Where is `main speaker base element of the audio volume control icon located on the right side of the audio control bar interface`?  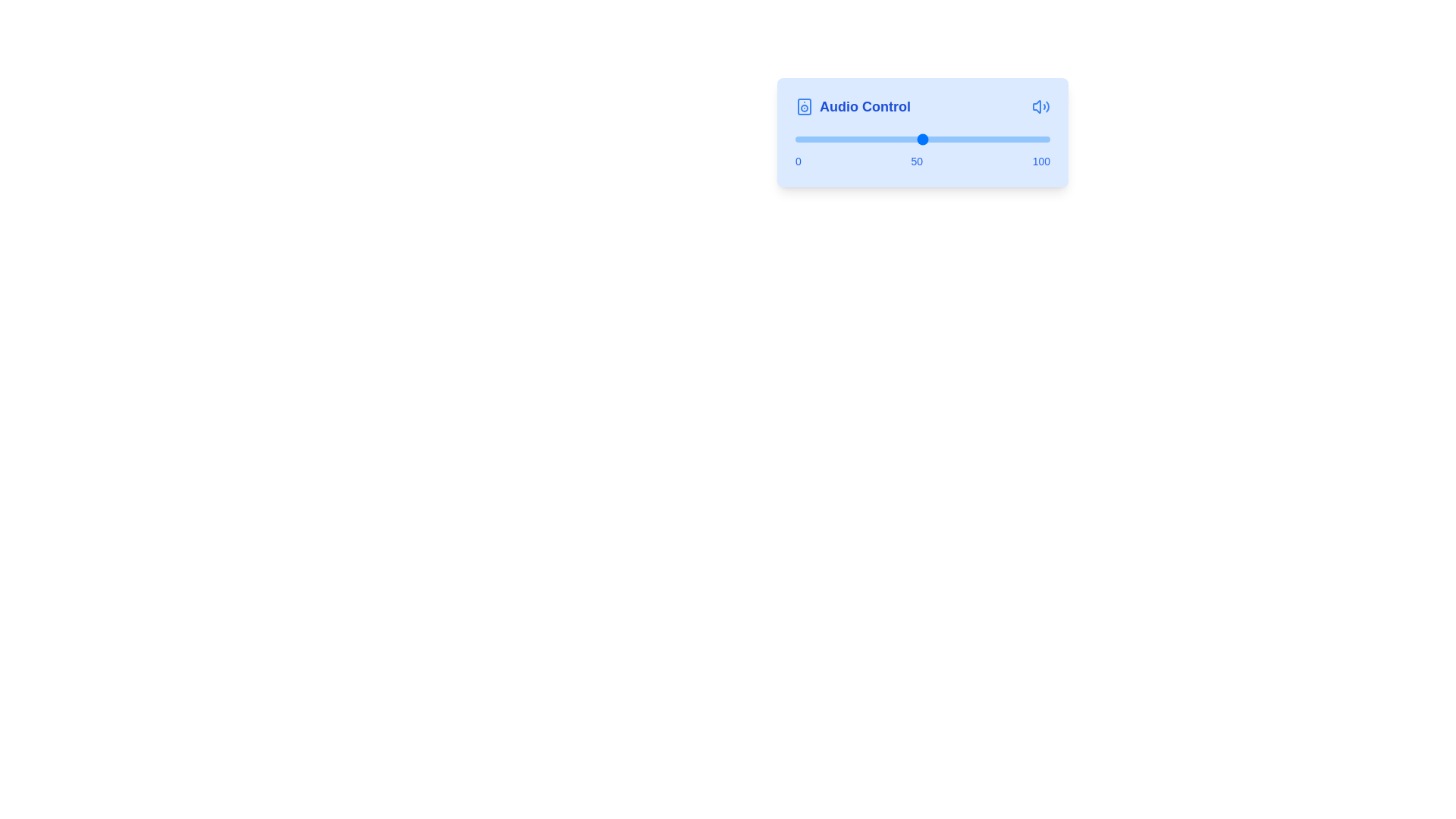
main speaker base element of the audio volume control icon located on the right side of the audio control bar interface is located at coordinates (1036, 106).